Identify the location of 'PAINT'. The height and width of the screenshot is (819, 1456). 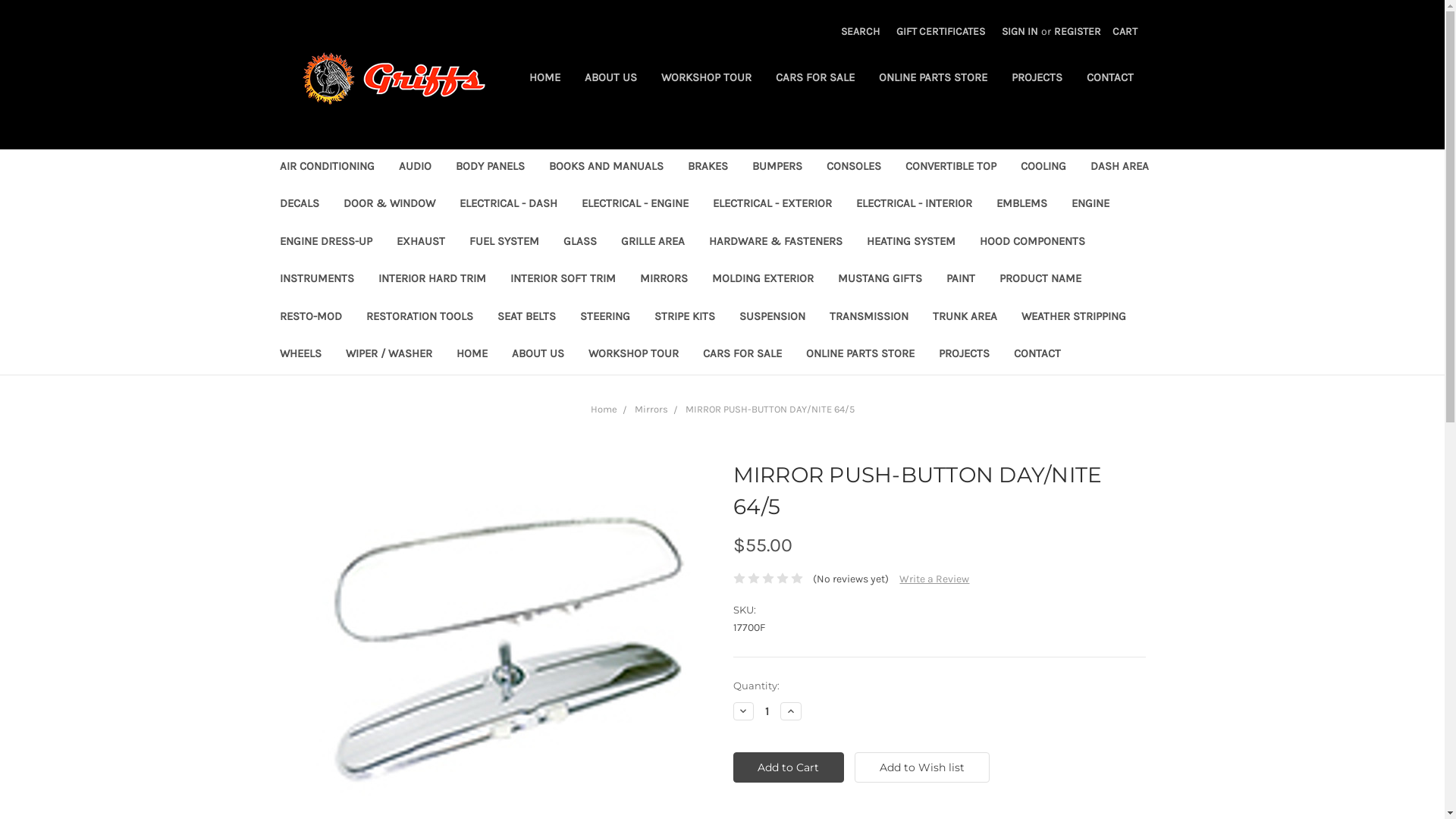
(960, 280).